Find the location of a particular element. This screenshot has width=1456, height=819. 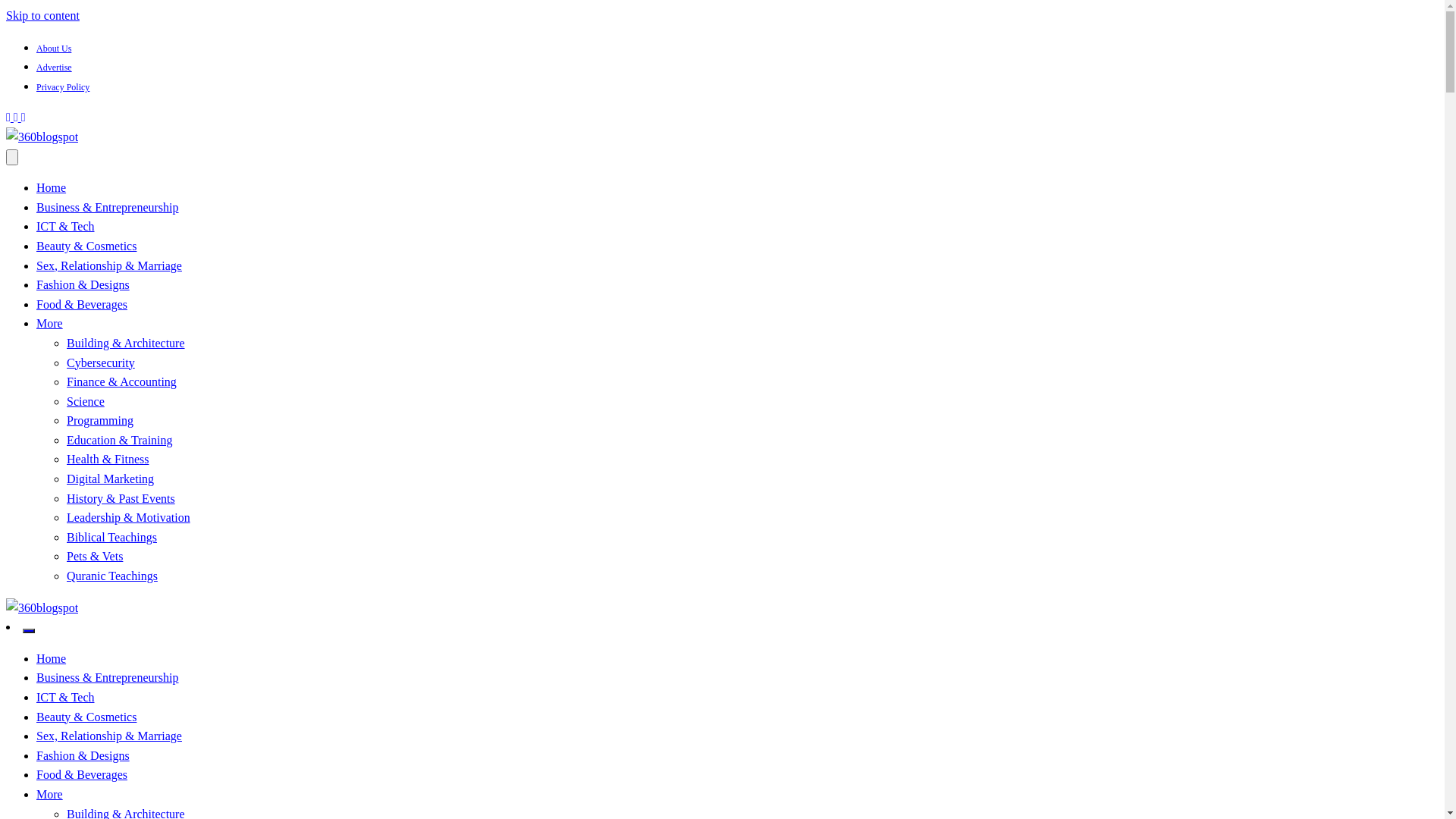

'Science' is located at coordinates (85, 400).